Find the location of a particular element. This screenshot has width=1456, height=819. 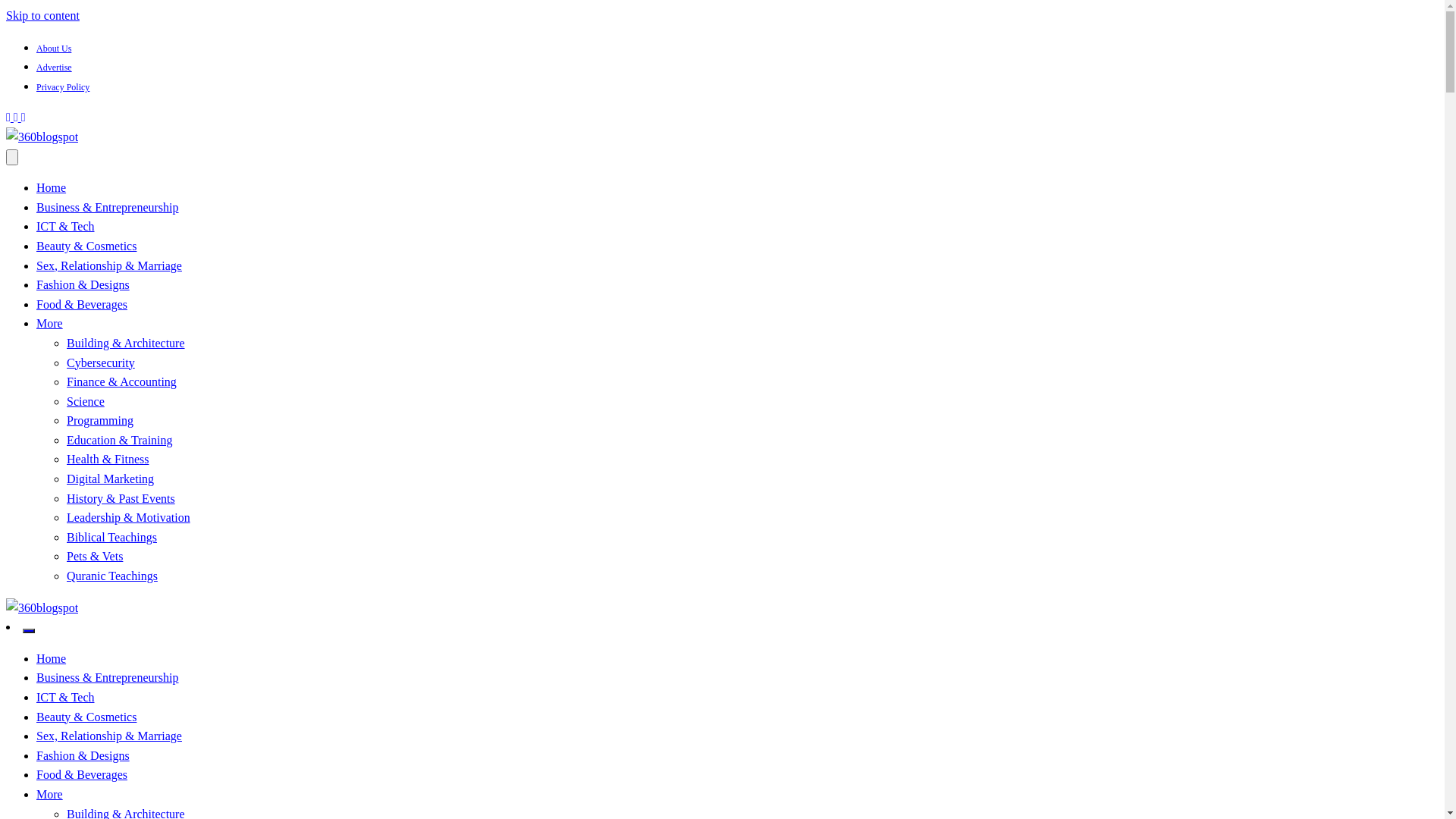

'Science' is located at coordinates (85, 400).